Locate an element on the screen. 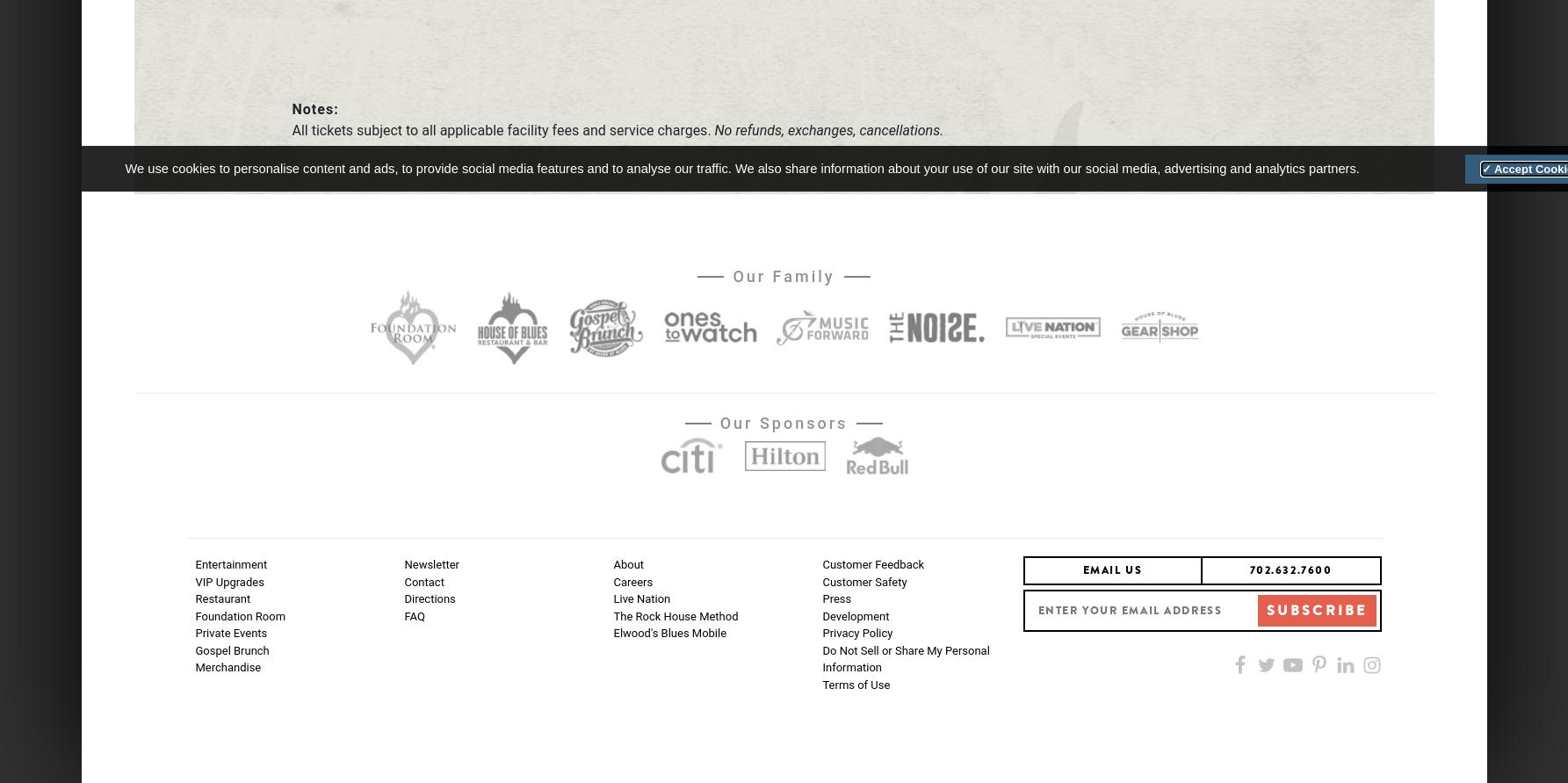  'No refunds, exchanges, cancellations.' is located at coordinates (826, 129).